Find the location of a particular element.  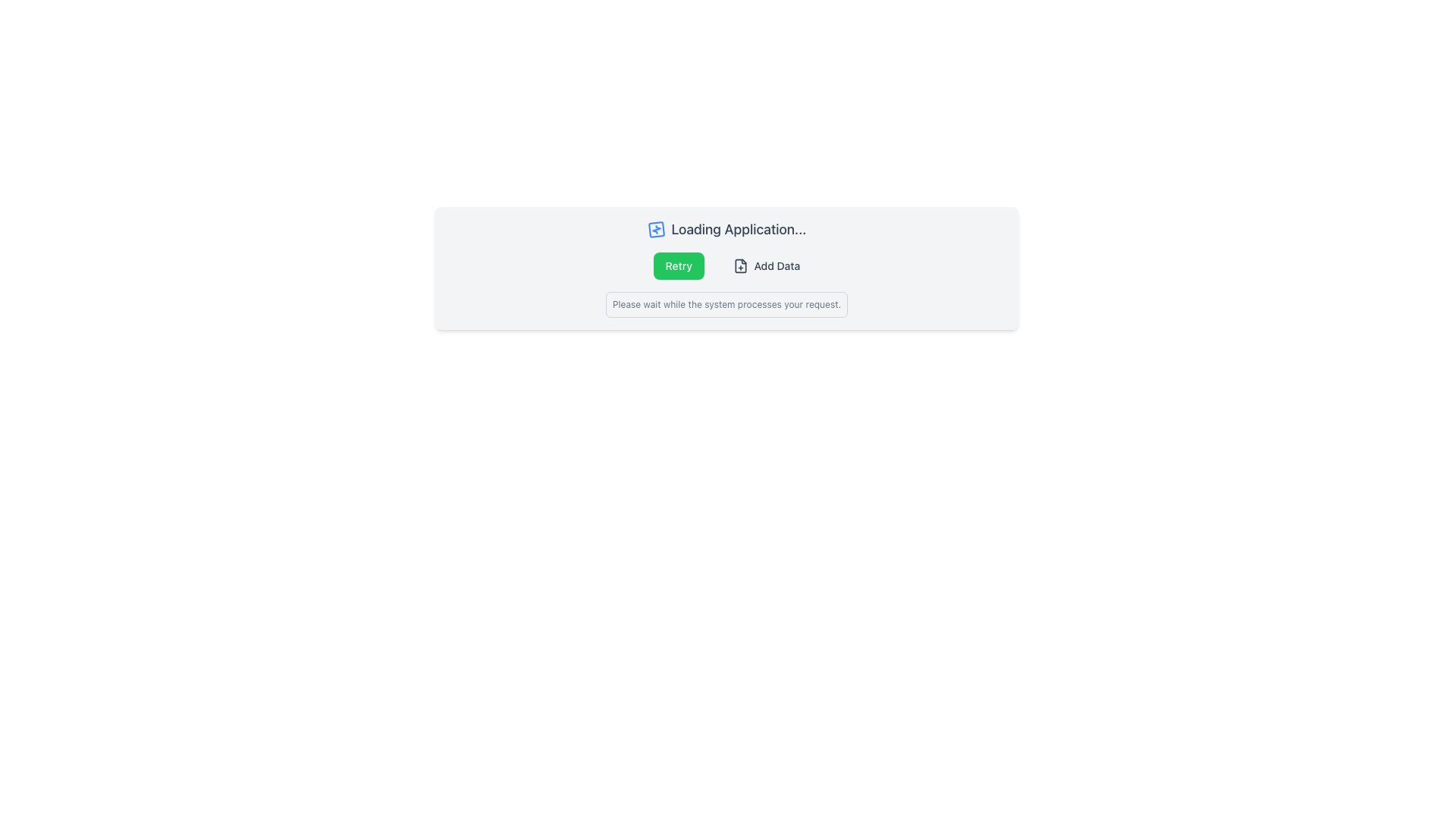

the text label displaying 'Loading Application...' which is styled in gray with a bold font, positioned to the right of a spinning blue square icon is located at coordinates (739, 230).